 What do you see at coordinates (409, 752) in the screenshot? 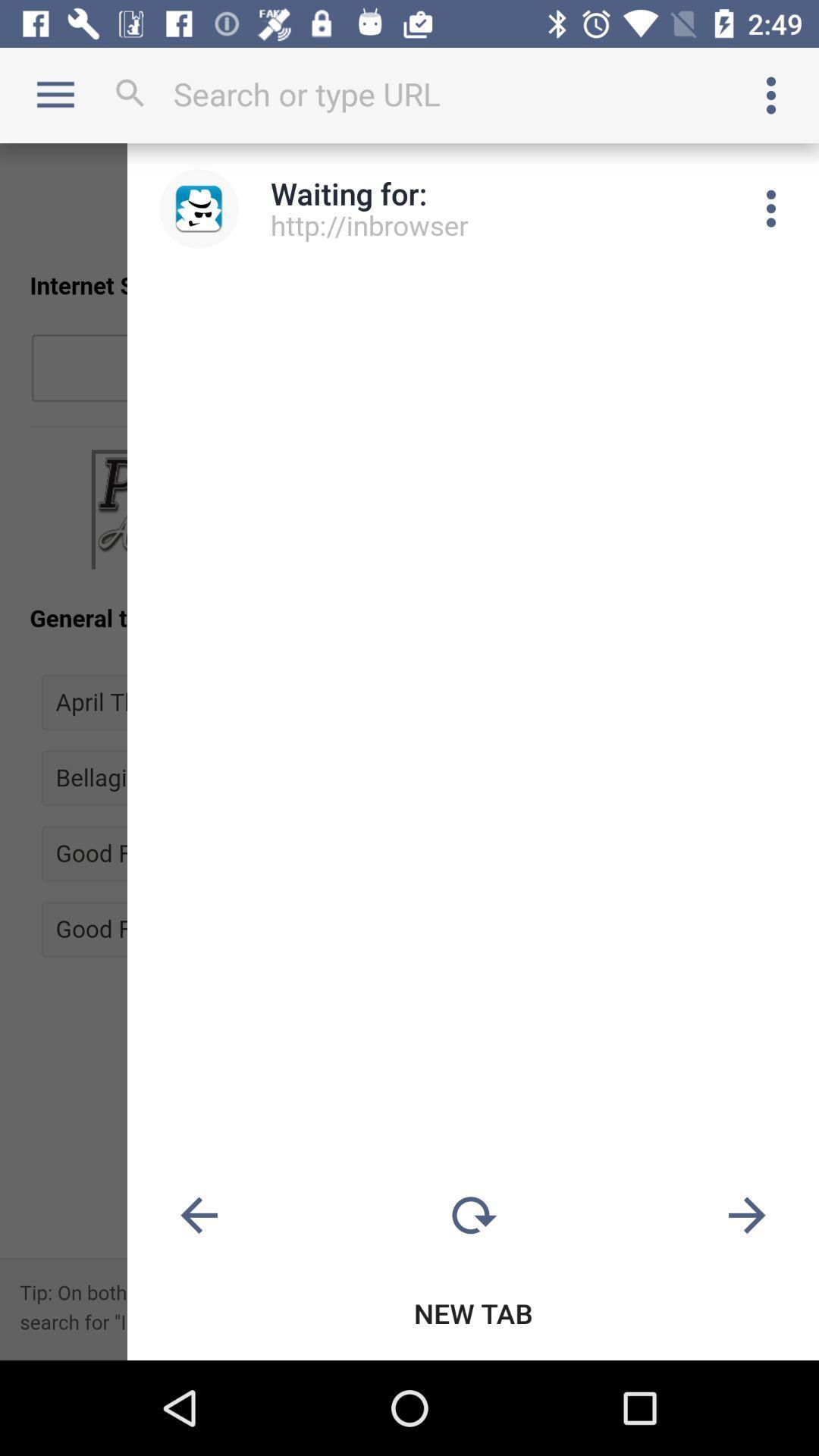
I see `item at the center` at bounding box center [409, 752].